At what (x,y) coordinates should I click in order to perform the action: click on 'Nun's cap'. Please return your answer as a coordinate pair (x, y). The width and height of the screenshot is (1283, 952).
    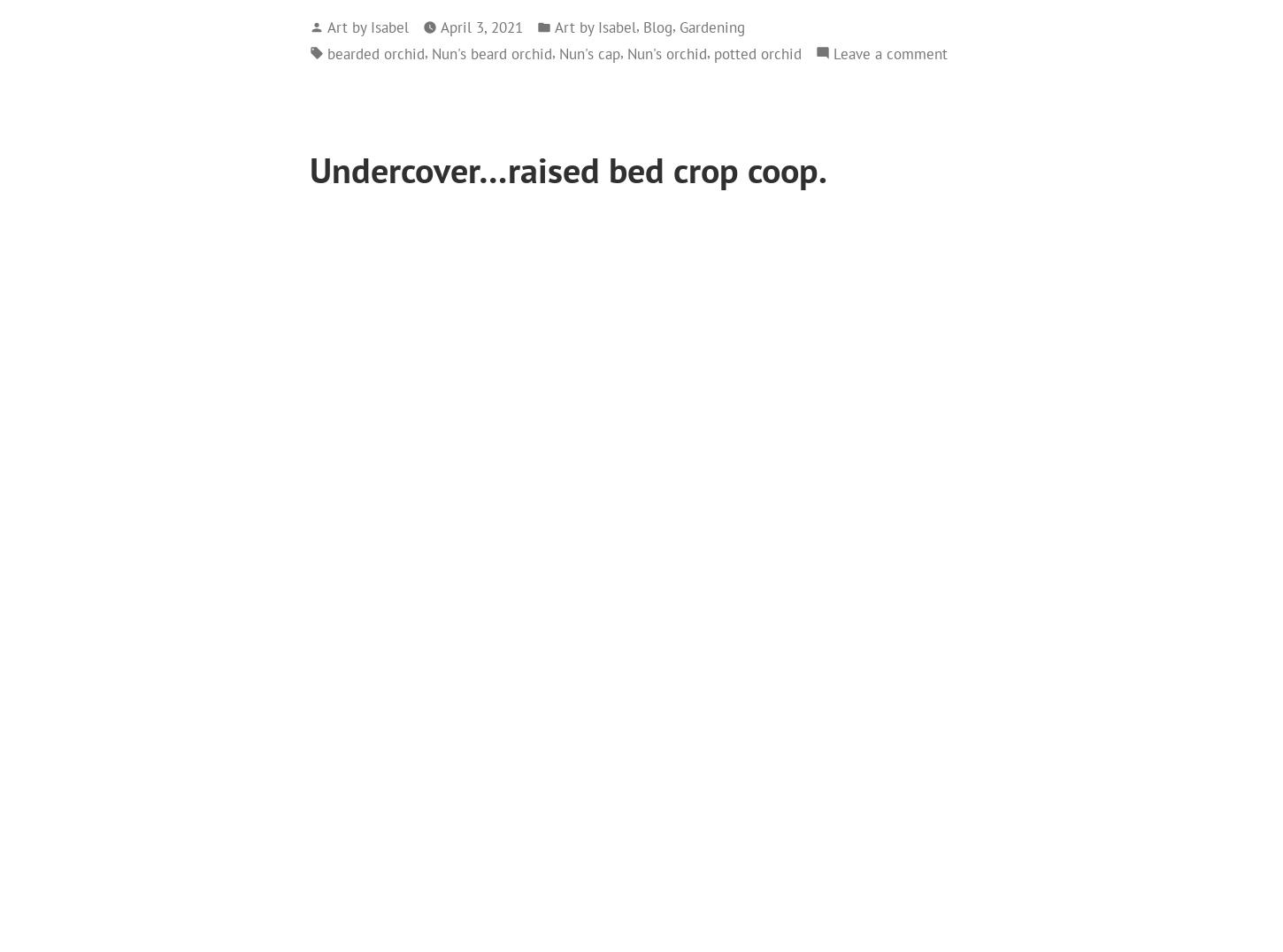
    Looking at the image, I should click on (588, 52).